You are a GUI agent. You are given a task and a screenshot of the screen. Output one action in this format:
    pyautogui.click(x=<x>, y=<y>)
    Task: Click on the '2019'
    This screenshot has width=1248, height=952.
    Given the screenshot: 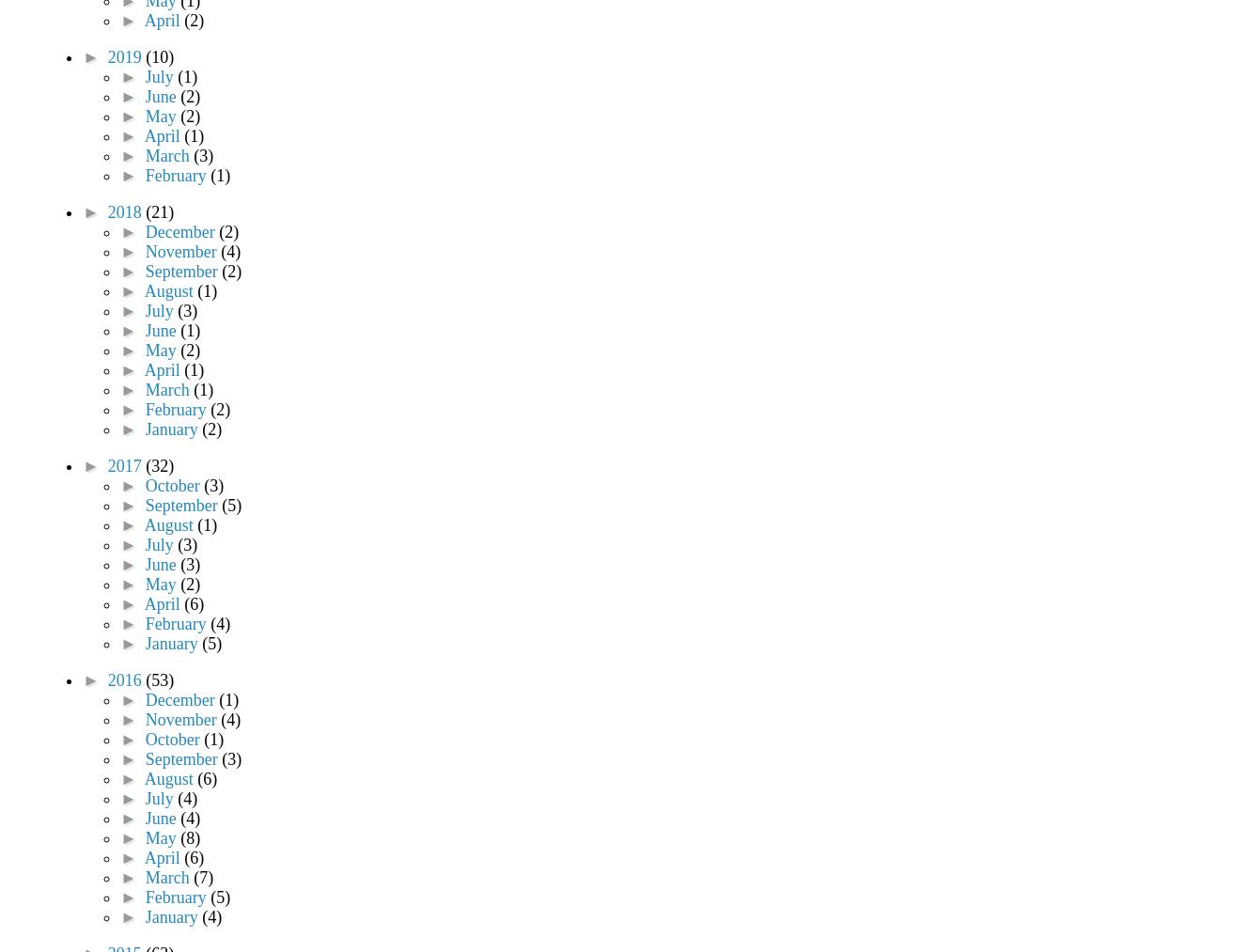 What is the action you would take?
    pyautogui.click(x=125, y=55)
    